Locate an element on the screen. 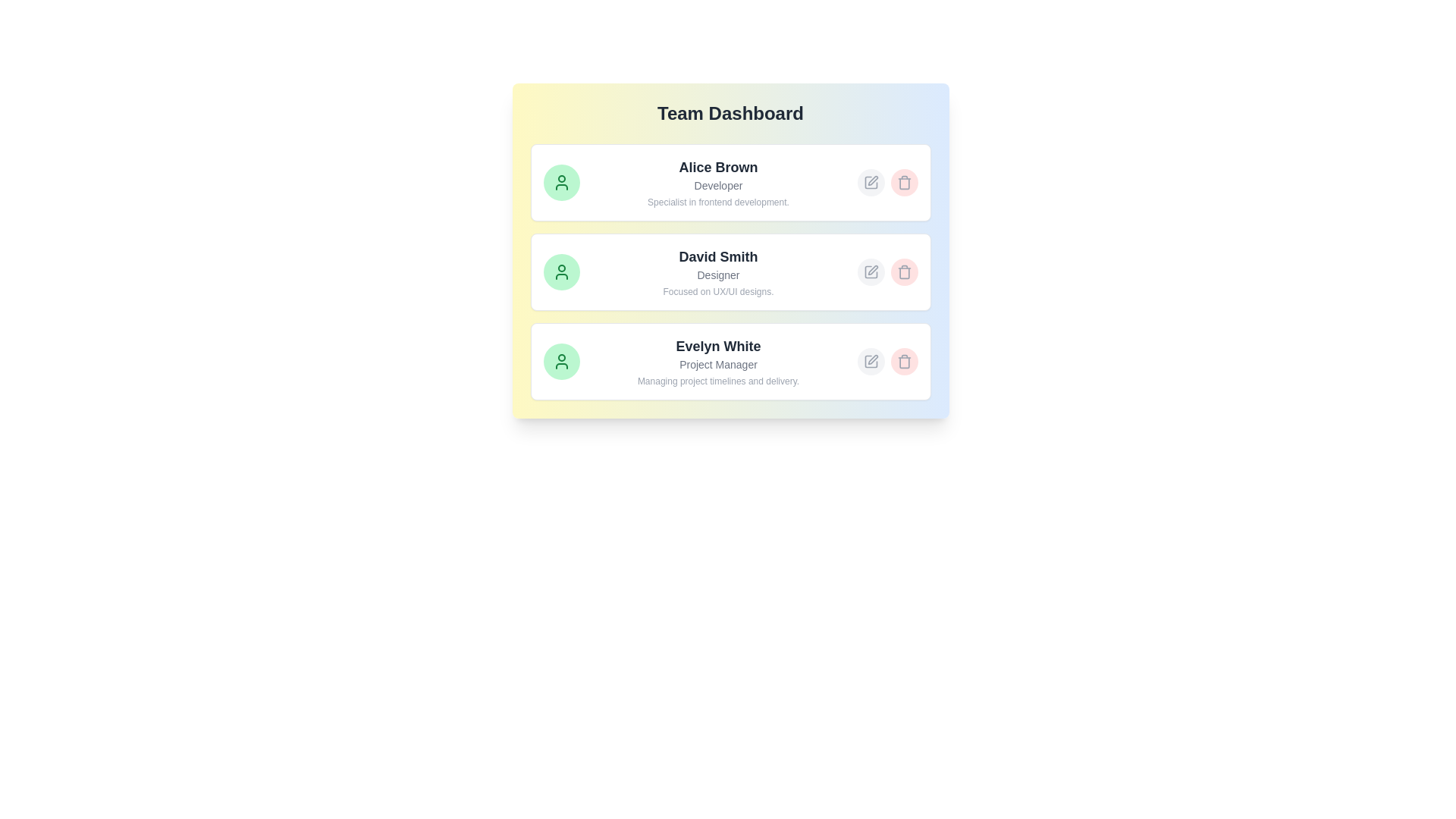 The image size is (1456, 819). the trash icon within the circular button is located at coordinates (904, 362).